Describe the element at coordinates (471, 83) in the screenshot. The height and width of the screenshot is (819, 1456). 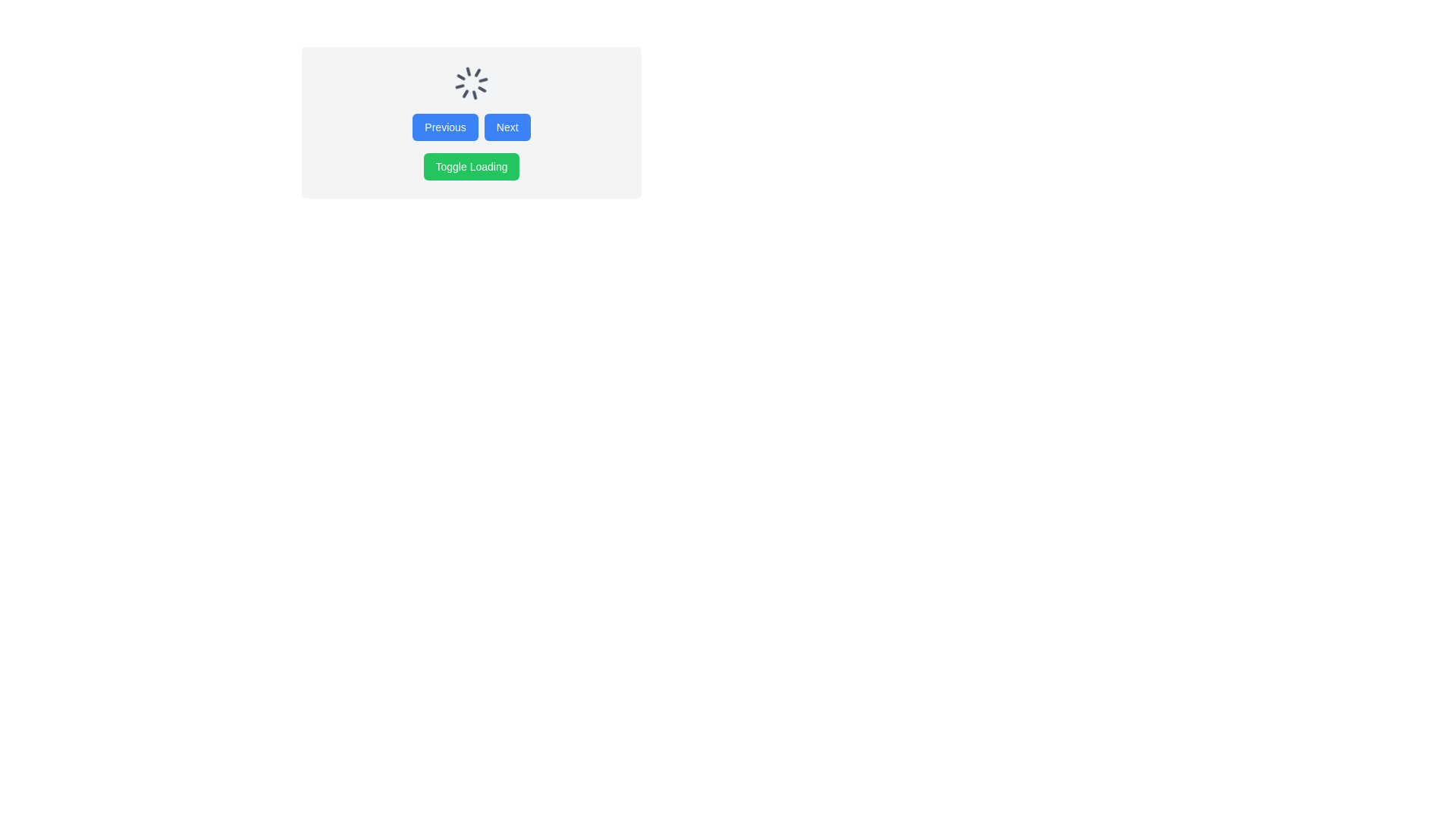
I see `the Spinner element that visually indicates an ongoing process, located centrally at the top of the section above the 'Previous' and 'Next' buttons` at that location.